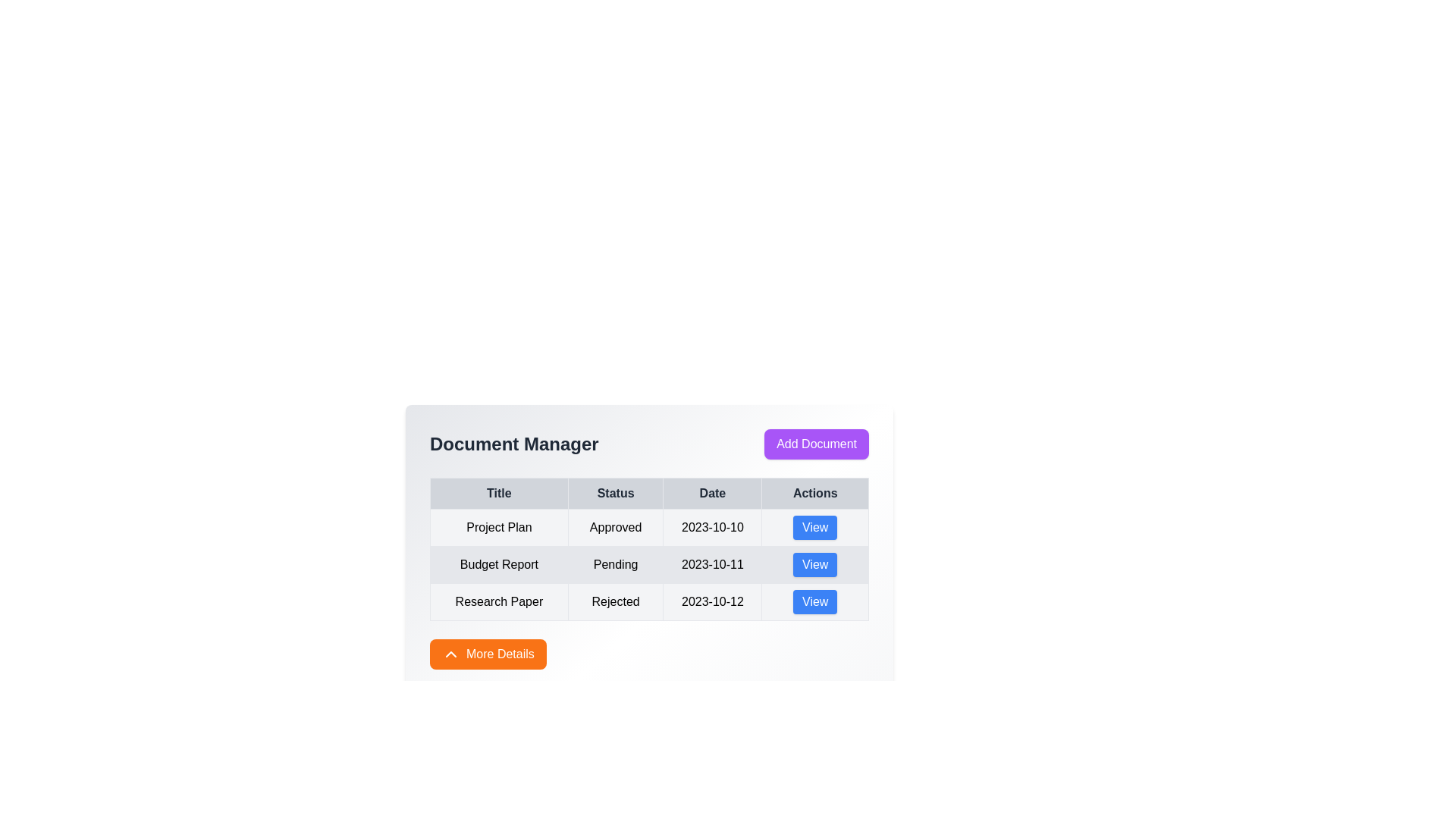 This screenshot has width=1456, height=819. What do you see at coordinates (711, 526) in the screenshot?
I see `the text display showing '2023-10-10' which is positioned under the 'Date' column in the table` at bounding box center [711, 526].